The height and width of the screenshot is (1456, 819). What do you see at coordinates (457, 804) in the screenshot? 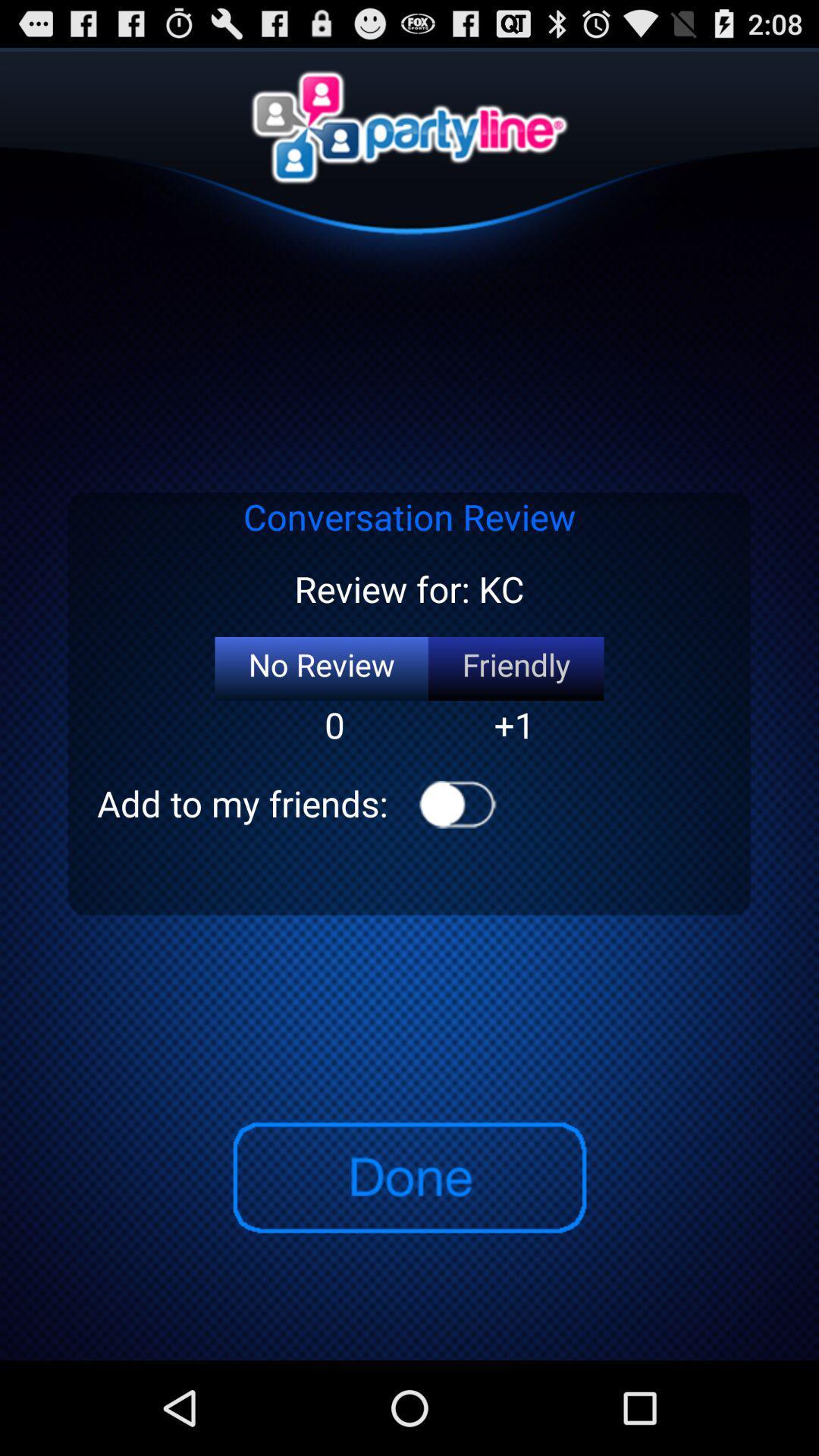
I see `icon next to the add to my item` at bounding box center [457, 804].